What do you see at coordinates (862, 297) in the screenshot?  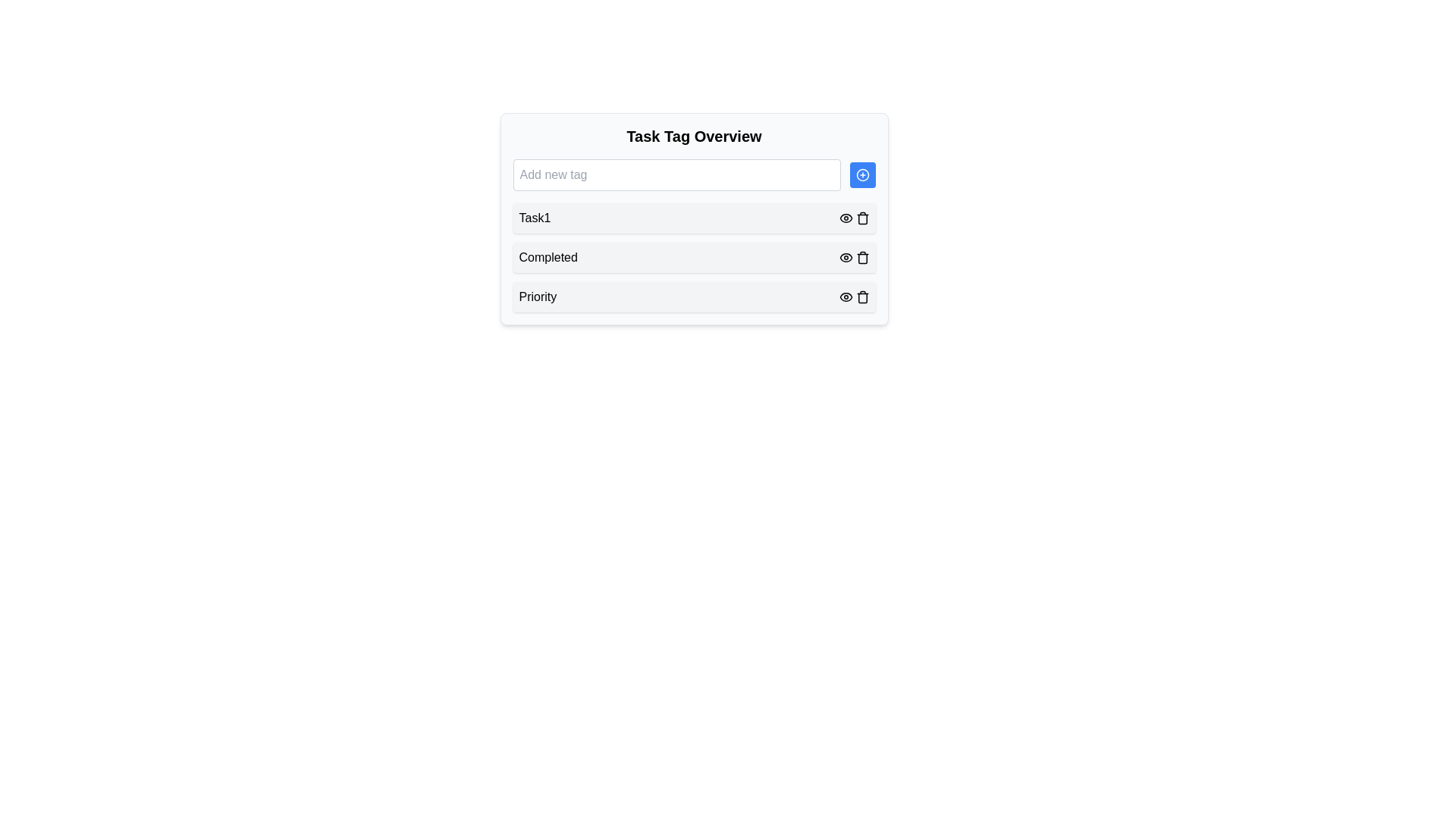 I see `the delete icon located to the right of the eye icon in the action group for the 'Priority' tag` at bounding box center [862, 297].